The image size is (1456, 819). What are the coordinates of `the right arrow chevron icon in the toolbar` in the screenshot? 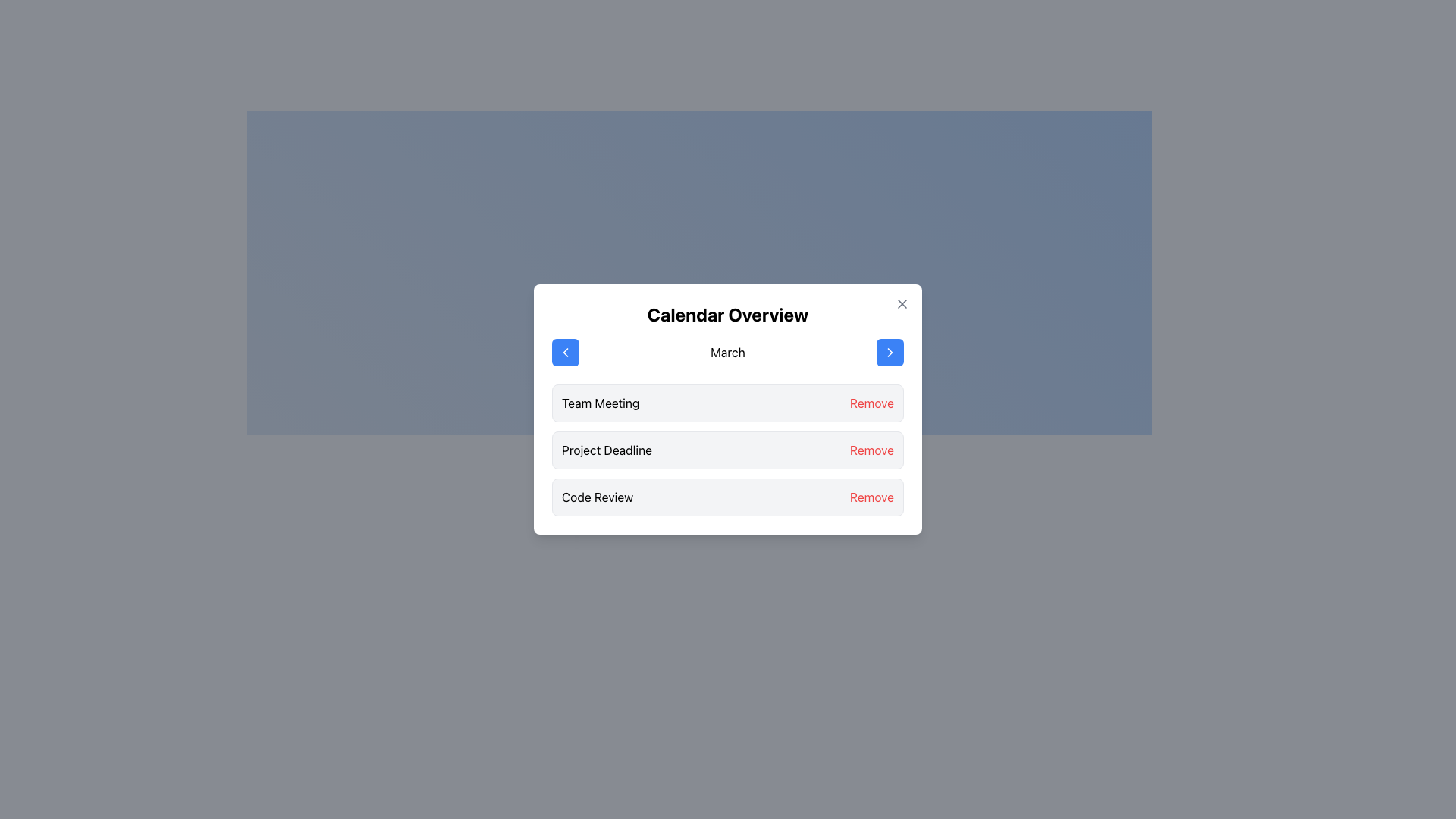 It's located at (890, 353).